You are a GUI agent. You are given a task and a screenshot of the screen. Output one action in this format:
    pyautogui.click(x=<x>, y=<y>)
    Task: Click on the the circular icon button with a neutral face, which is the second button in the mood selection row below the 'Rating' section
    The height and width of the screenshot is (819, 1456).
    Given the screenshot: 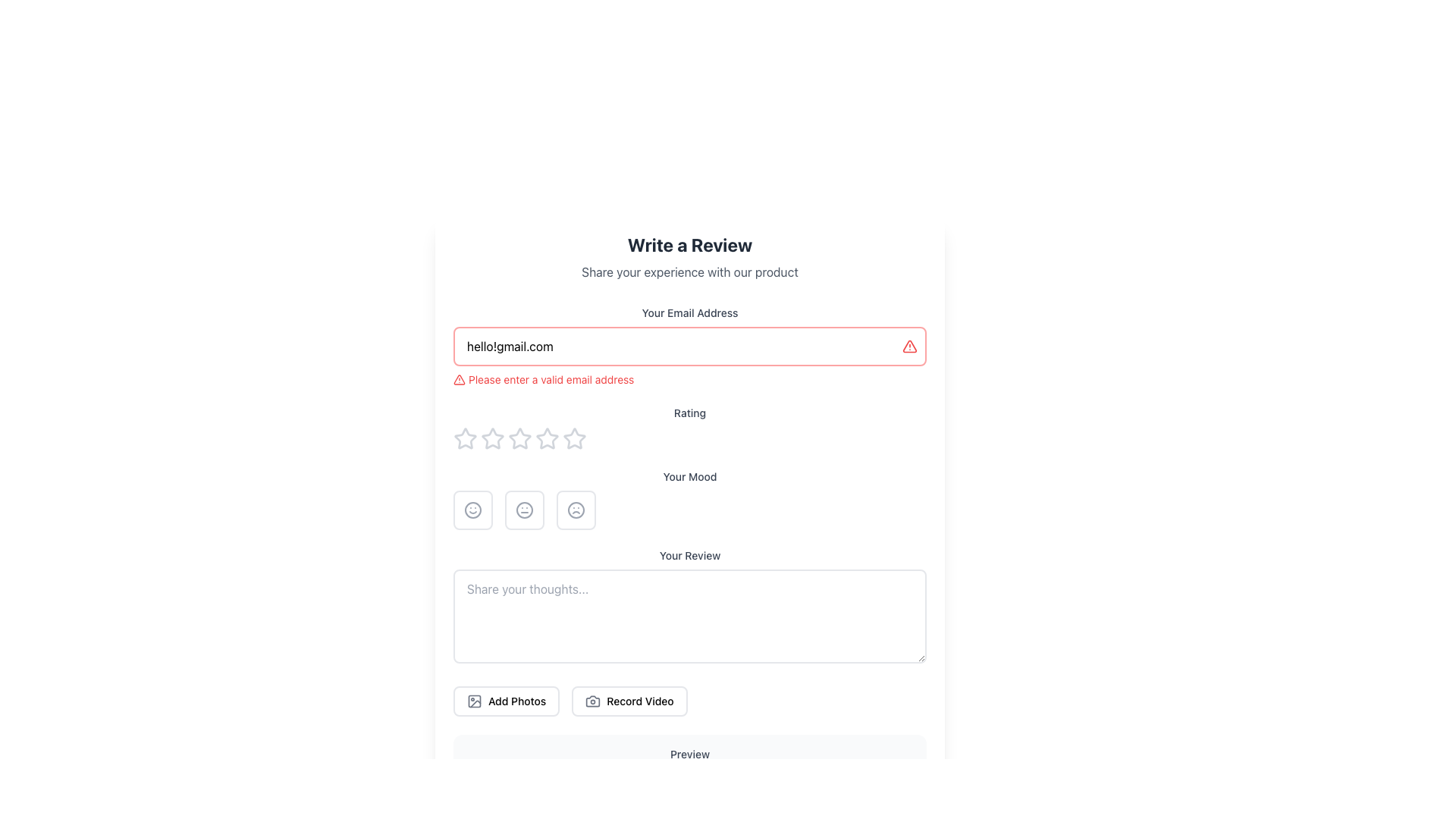 What is the action you would take?
    pyautogui.click(x=524, y=510)
    